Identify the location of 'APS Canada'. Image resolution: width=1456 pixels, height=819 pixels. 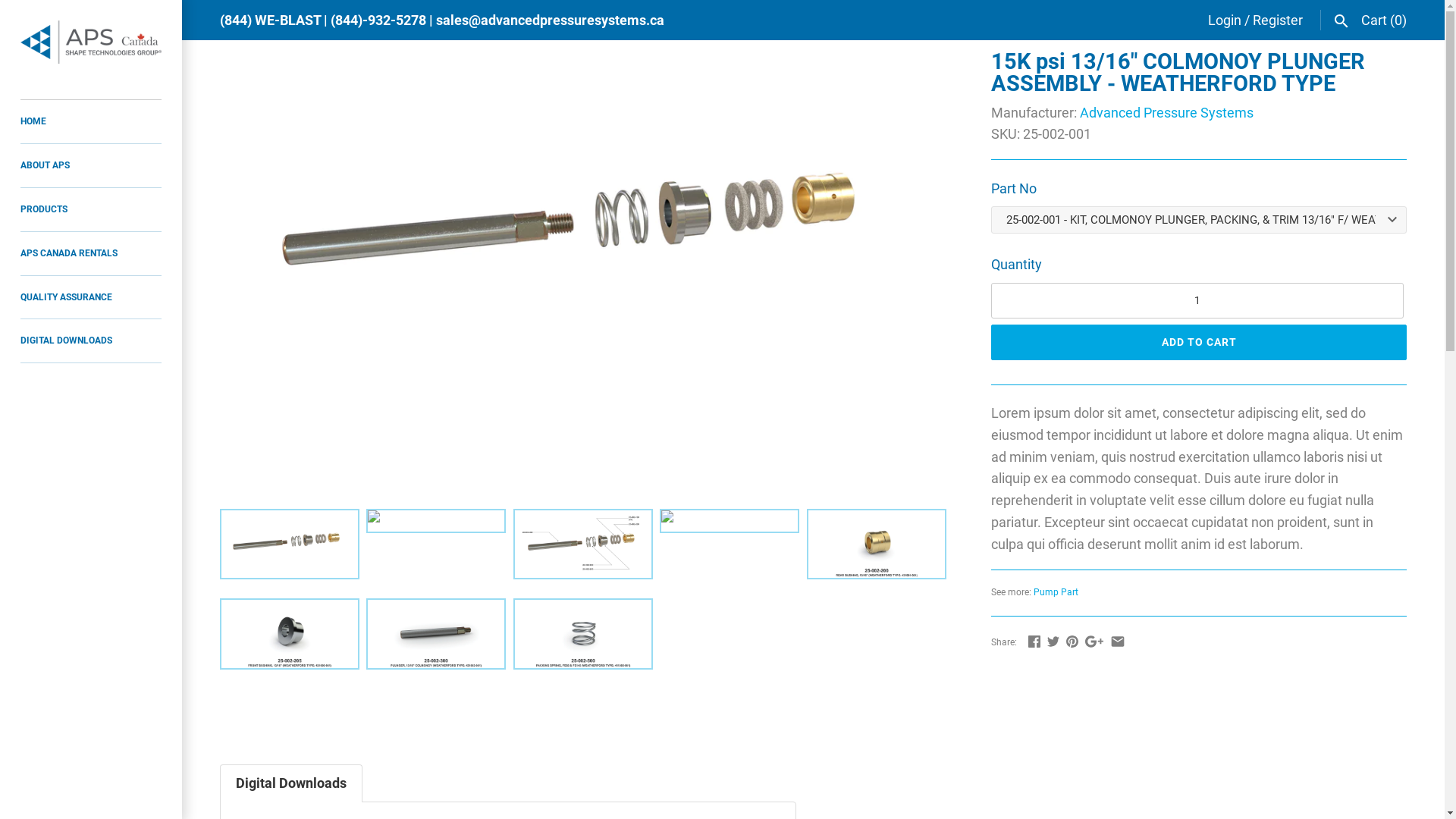
(90, 41).